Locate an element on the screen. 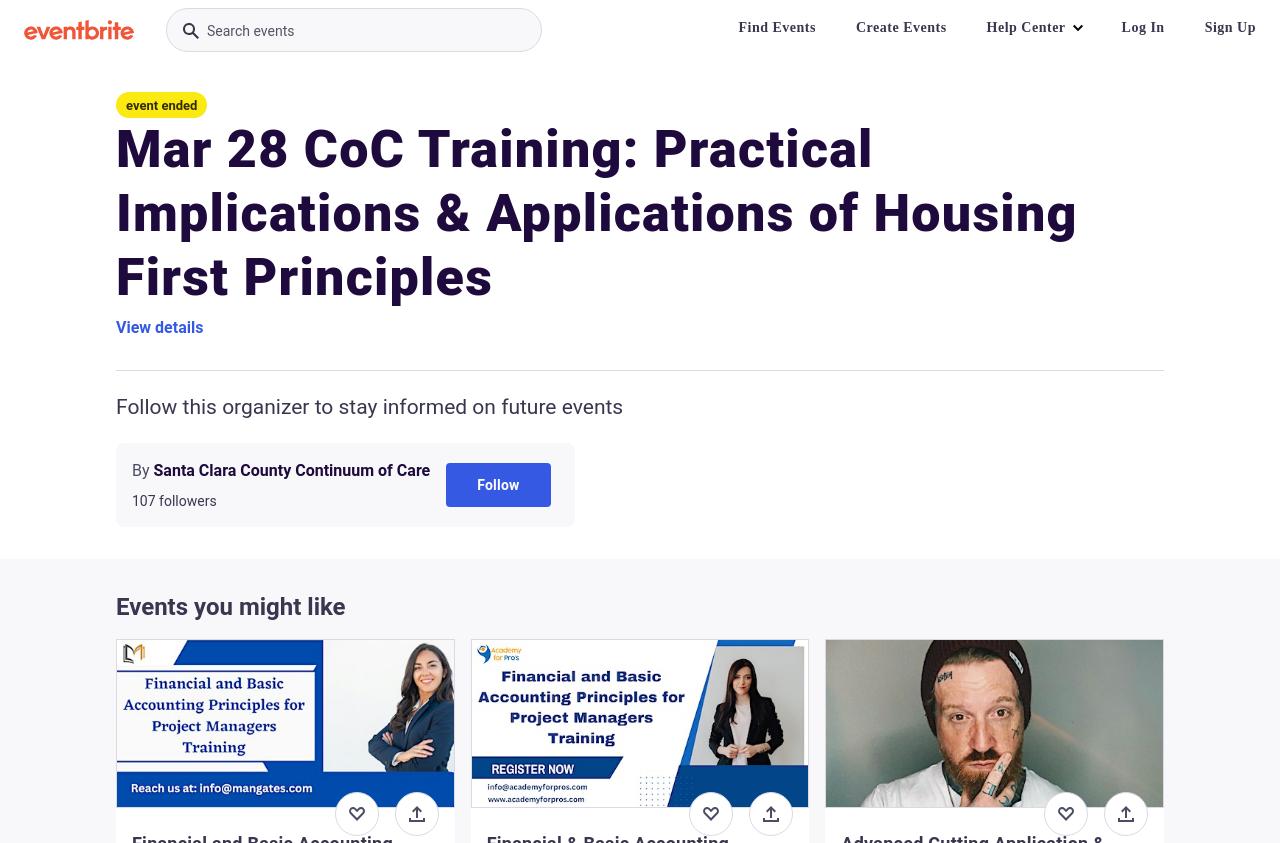 Image resolution: width=1280 pixels, height=843 pixels. 'Search events' is located at coordinates (249, 30).